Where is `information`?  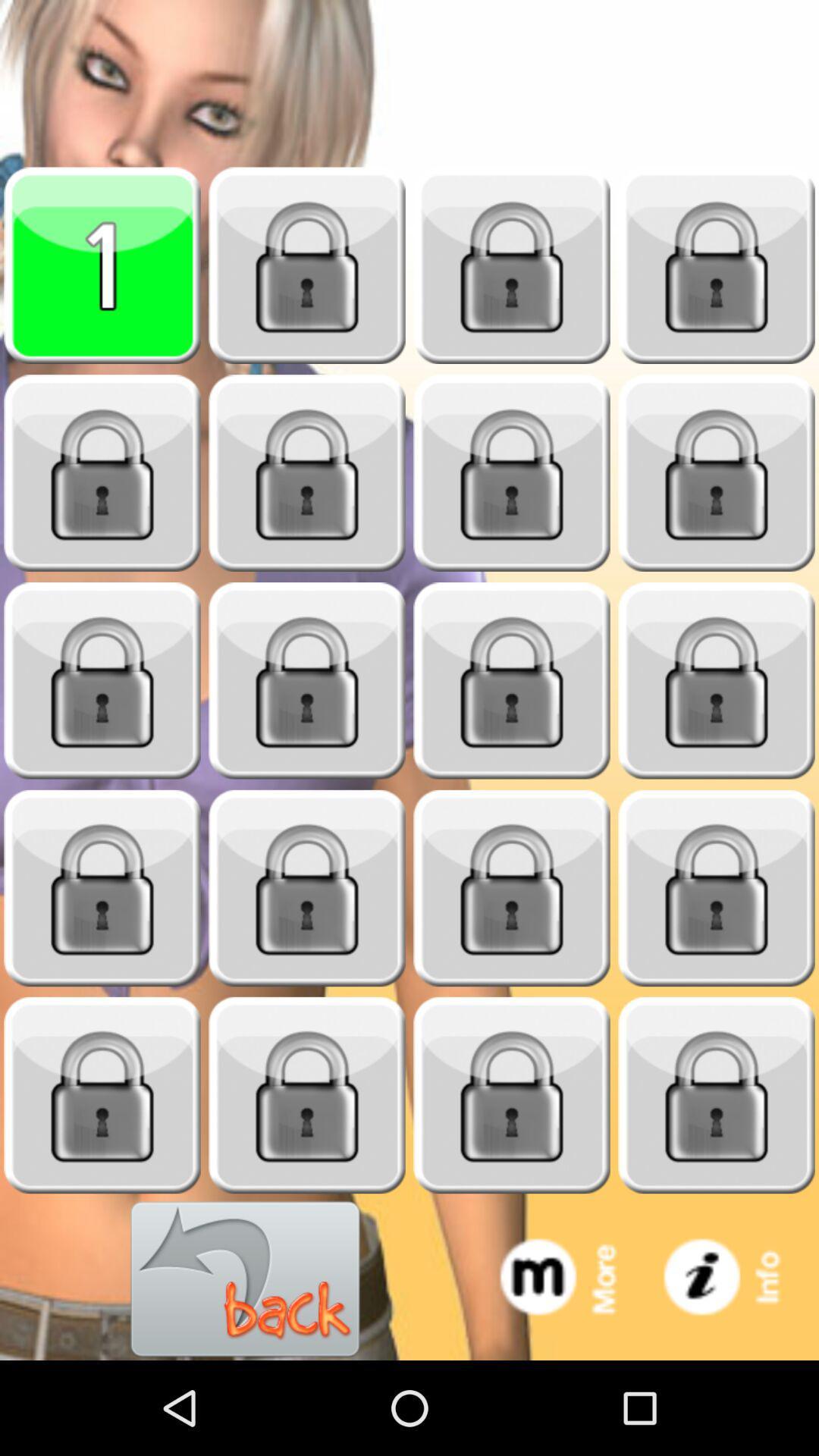 information is located at coordinates (736, 1279).